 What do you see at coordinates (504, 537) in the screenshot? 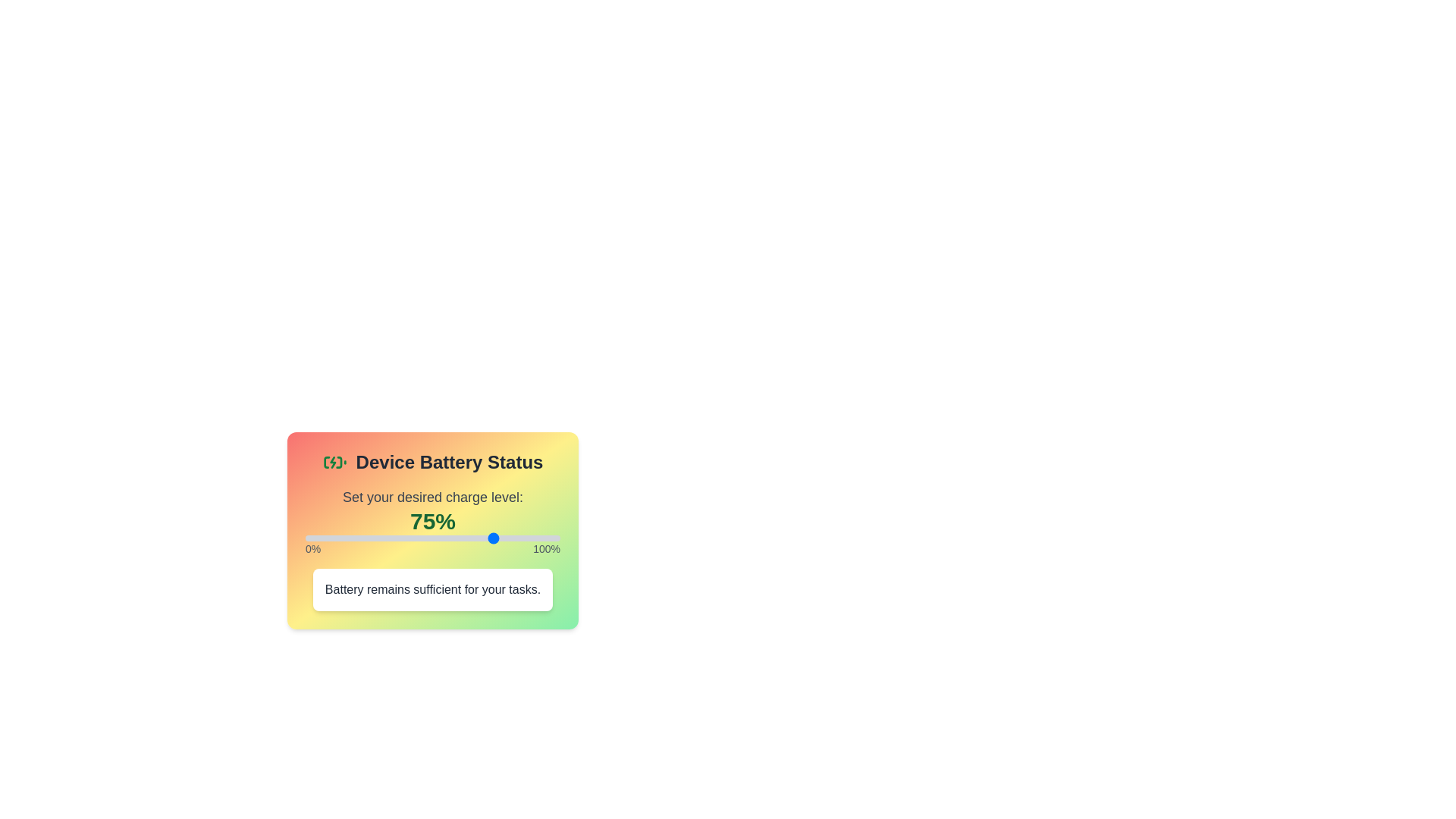
I see `the slider to 78% by dragging or clicking` at bounding box center [504, 537].